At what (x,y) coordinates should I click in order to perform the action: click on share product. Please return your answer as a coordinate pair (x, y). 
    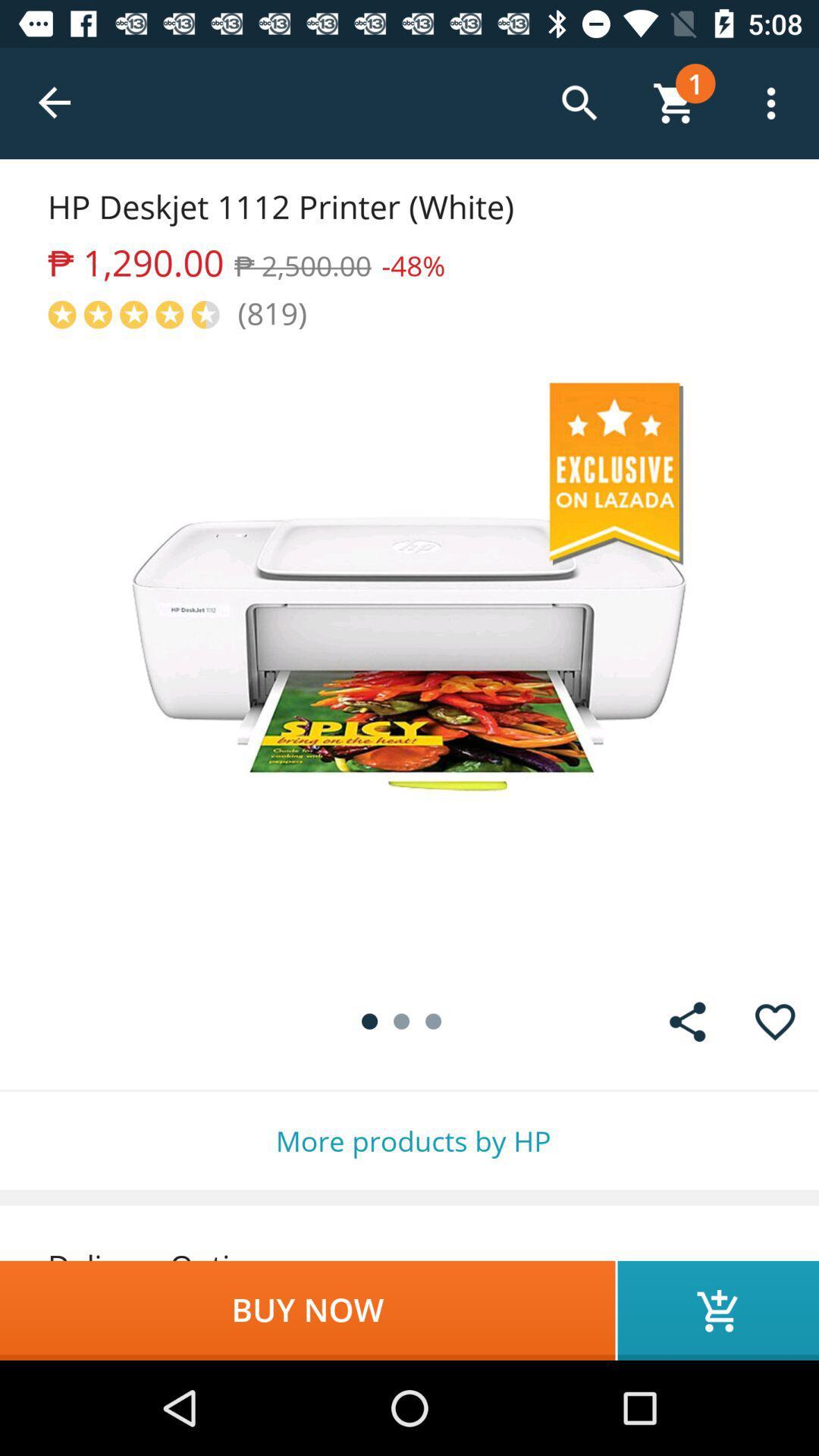
    Looking at the image, I should click on (687, 1021).